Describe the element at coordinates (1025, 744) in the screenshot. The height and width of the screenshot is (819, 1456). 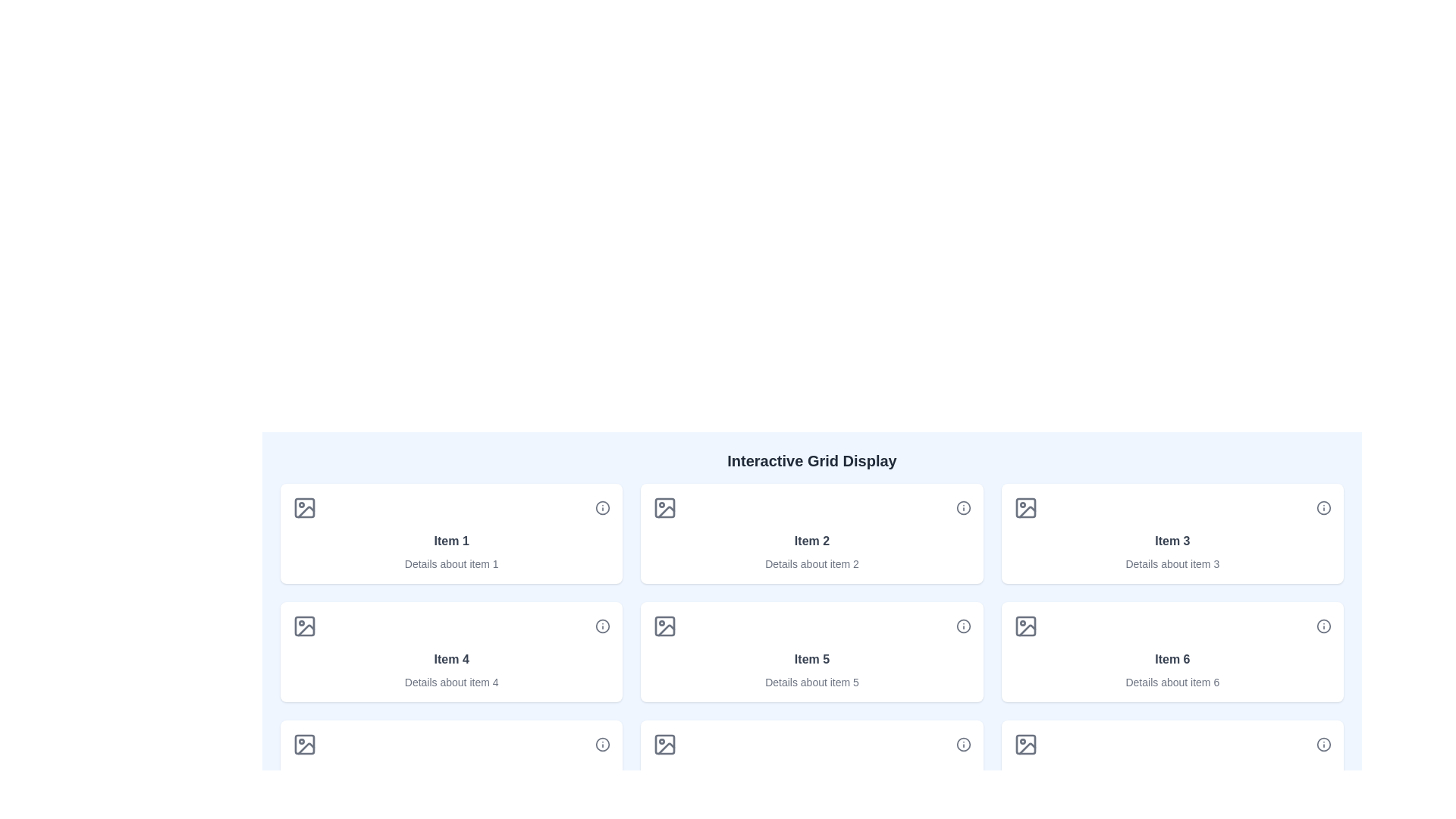
I see `the icon placeholder located in the bottom-right corner of the grid section labeled 'Item 6'` at that location.